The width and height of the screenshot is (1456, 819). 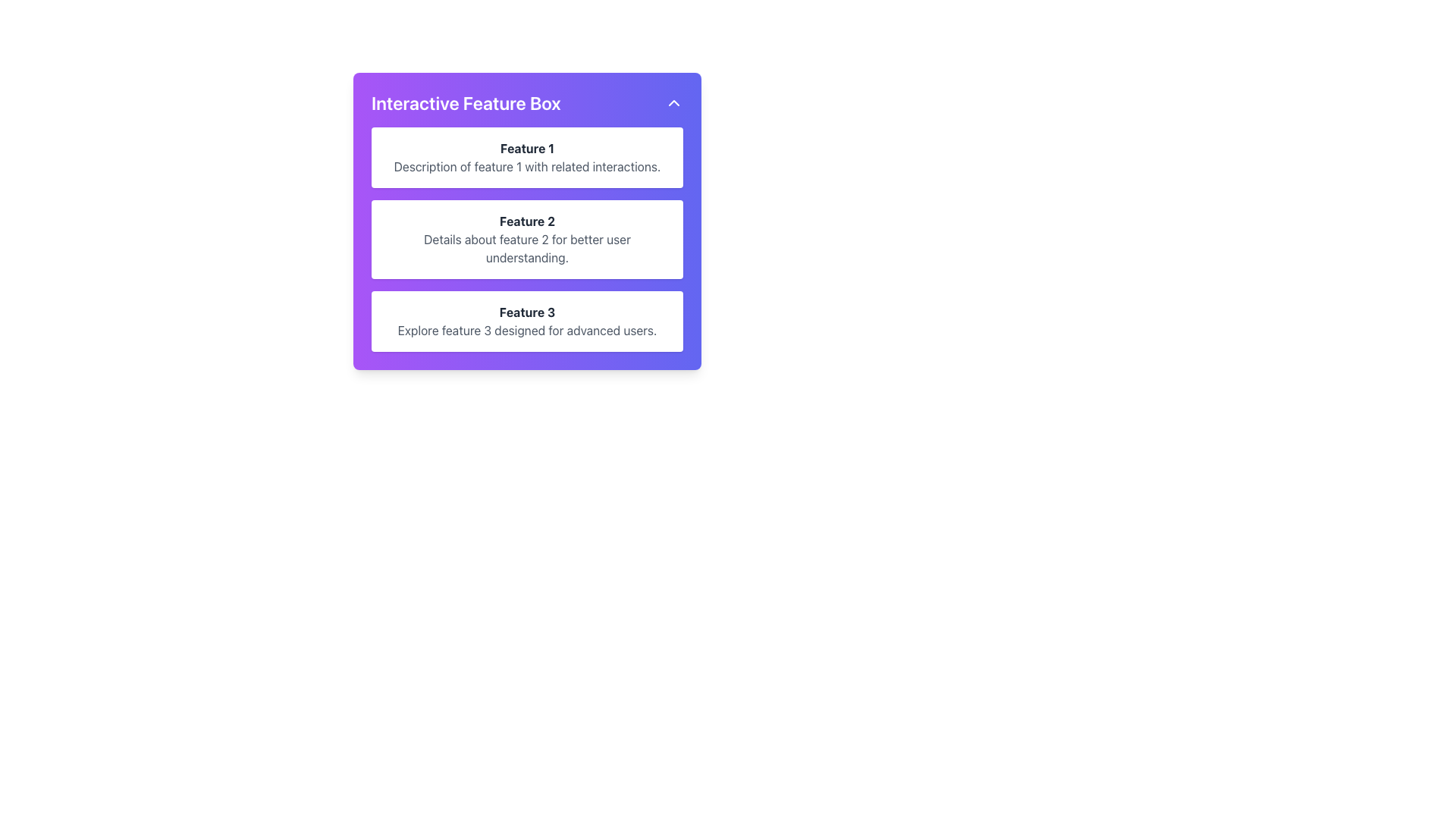 What do you see at coordinates (527, 149) in the screenshot?
I see `the bold text label displaying 'Feature 1' in dark gray, located at the top of a white rectangular area with rounded corners and a shadowed background` at bounding box center [527, 149].